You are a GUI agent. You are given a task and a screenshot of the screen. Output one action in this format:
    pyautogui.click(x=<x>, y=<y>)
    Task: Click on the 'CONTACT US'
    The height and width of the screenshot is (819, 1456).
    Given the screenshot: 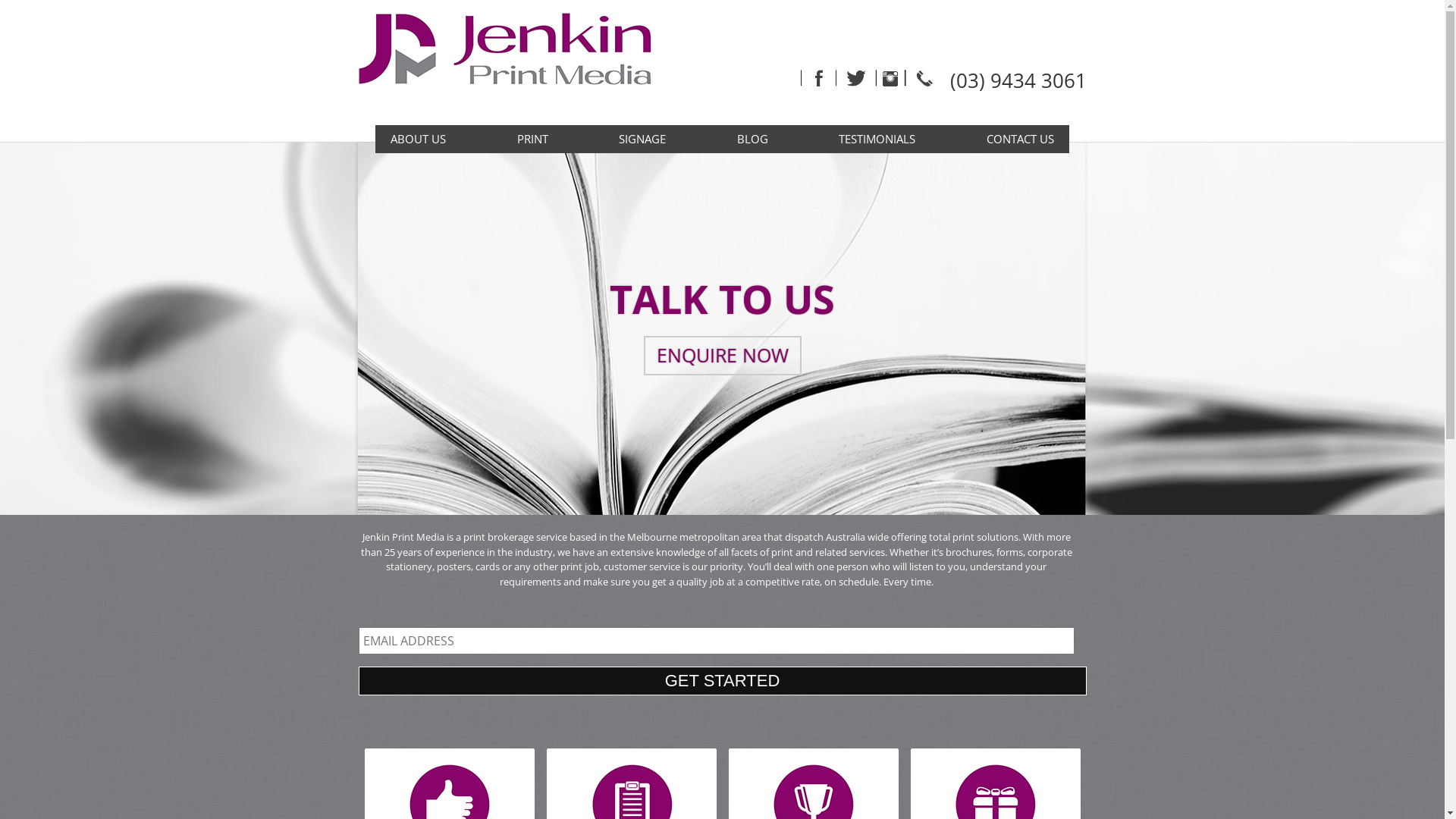 What is the action you would take?
    pyautogui.click(x=1020, y=139)
    